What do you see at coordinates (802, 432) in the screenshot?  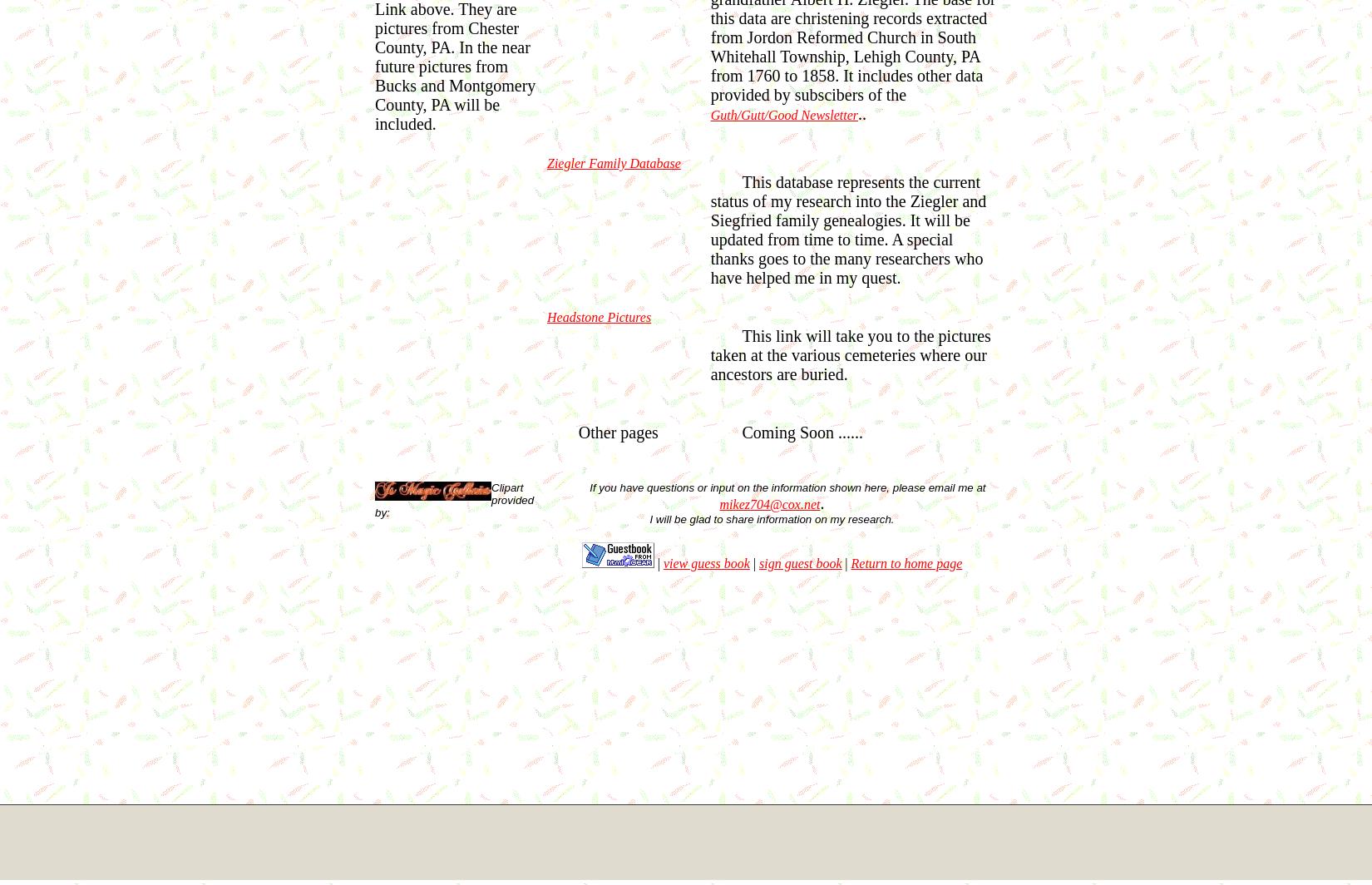 I see `'Coming Soon ......'` at bounding box center [802, 432].